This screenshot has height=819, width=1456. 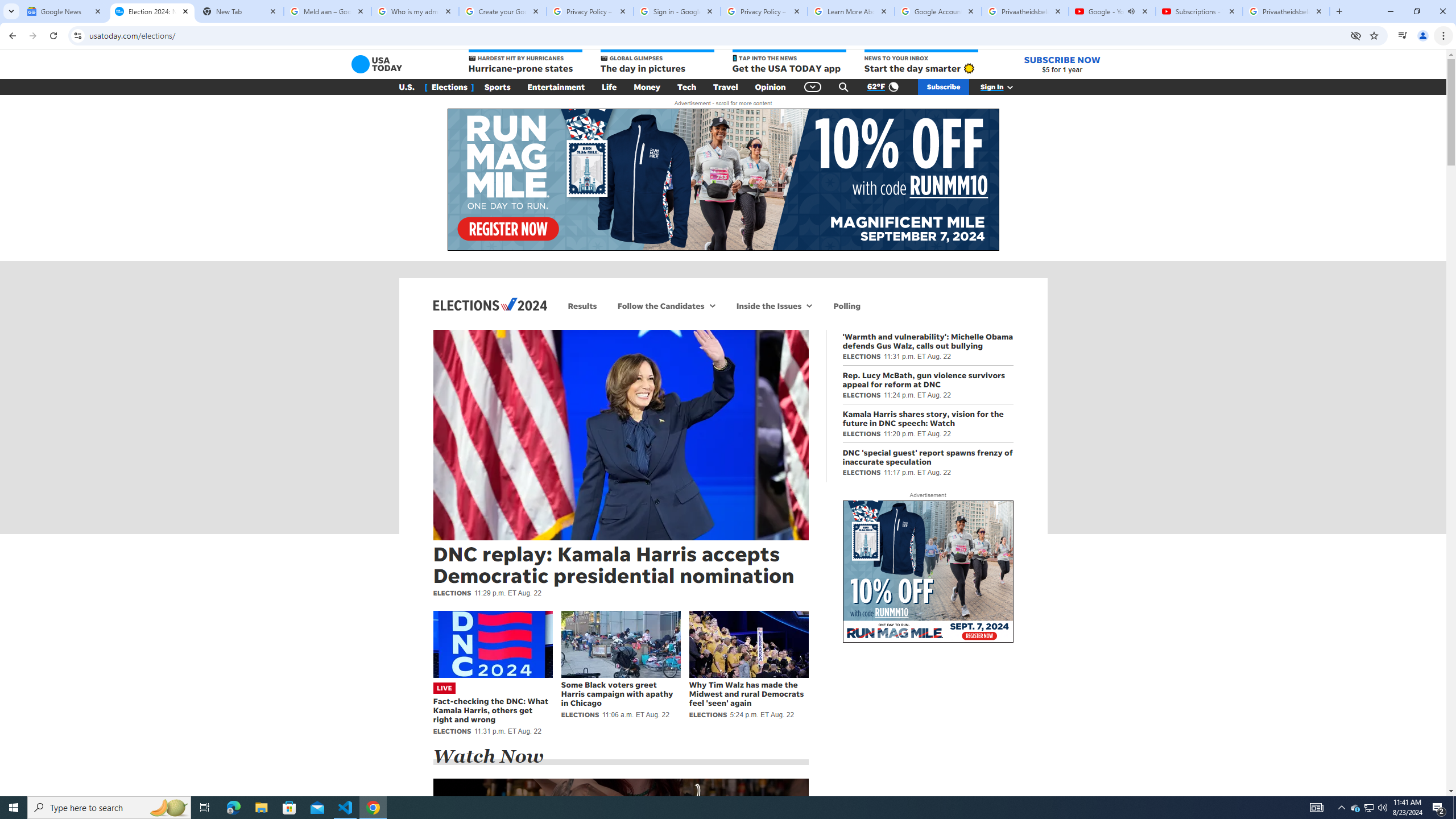 What do you see at coordinates (406, 87) in the screenshot?
I see `'U.S.'` at bounding box center [406, 87].